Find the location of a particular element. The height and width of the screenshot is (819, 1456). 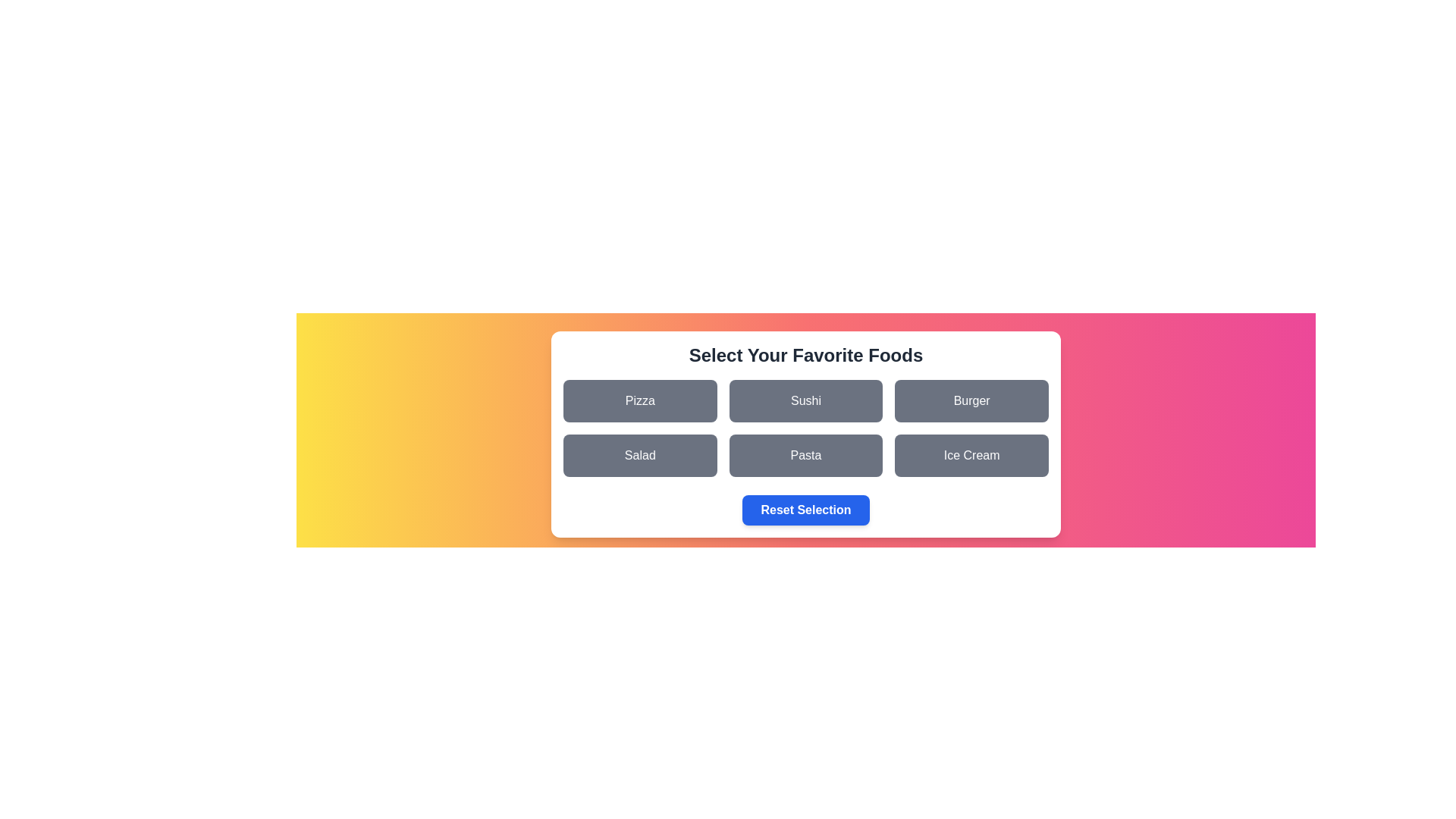

the 'Reset Selection' button to reset all food selections is located at coordinates (805, 510).